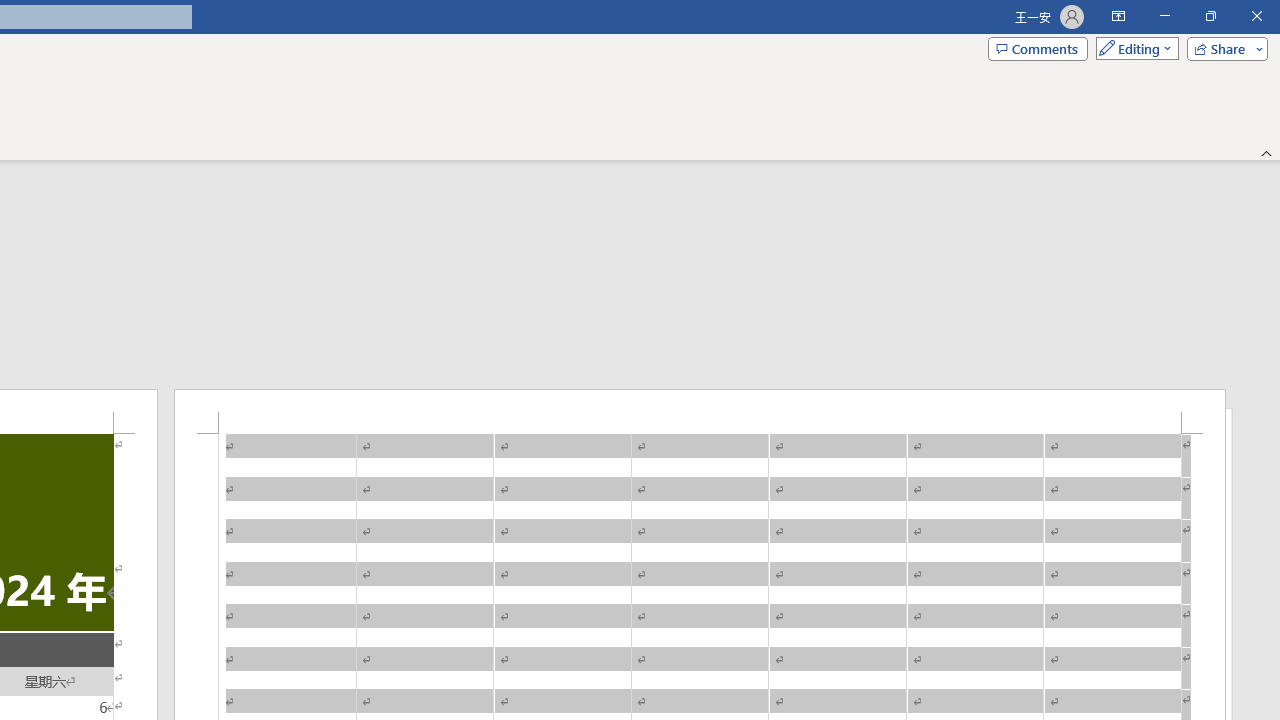 This screenshot has height=720, width=1280. I want to click on 'Share', so click(1222, 47).